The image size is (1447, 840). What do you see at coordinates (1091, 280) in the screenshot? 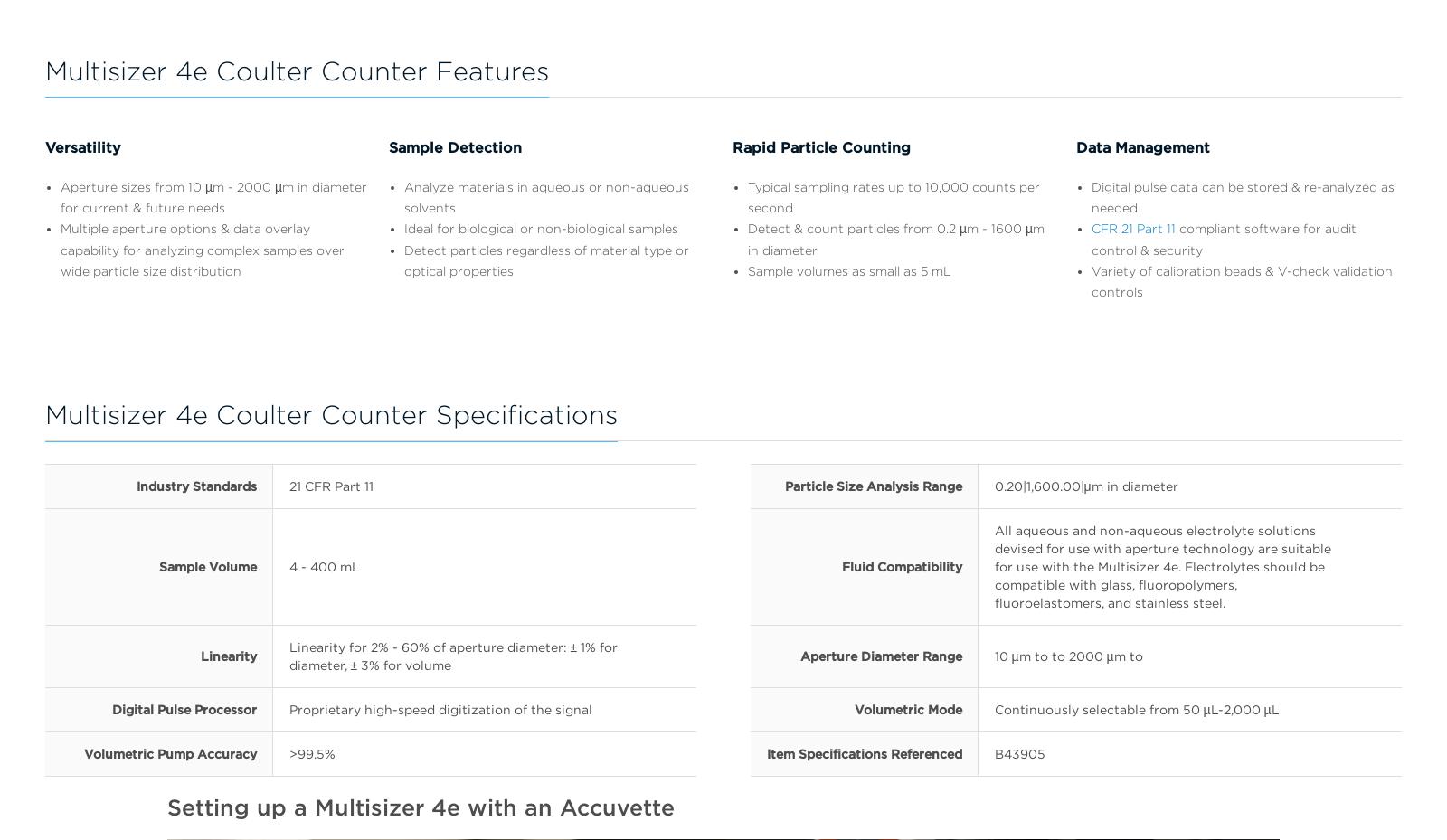
I see `'Variety of calibration beads & V-check validation controls'` at bounding box center [1091, 280].